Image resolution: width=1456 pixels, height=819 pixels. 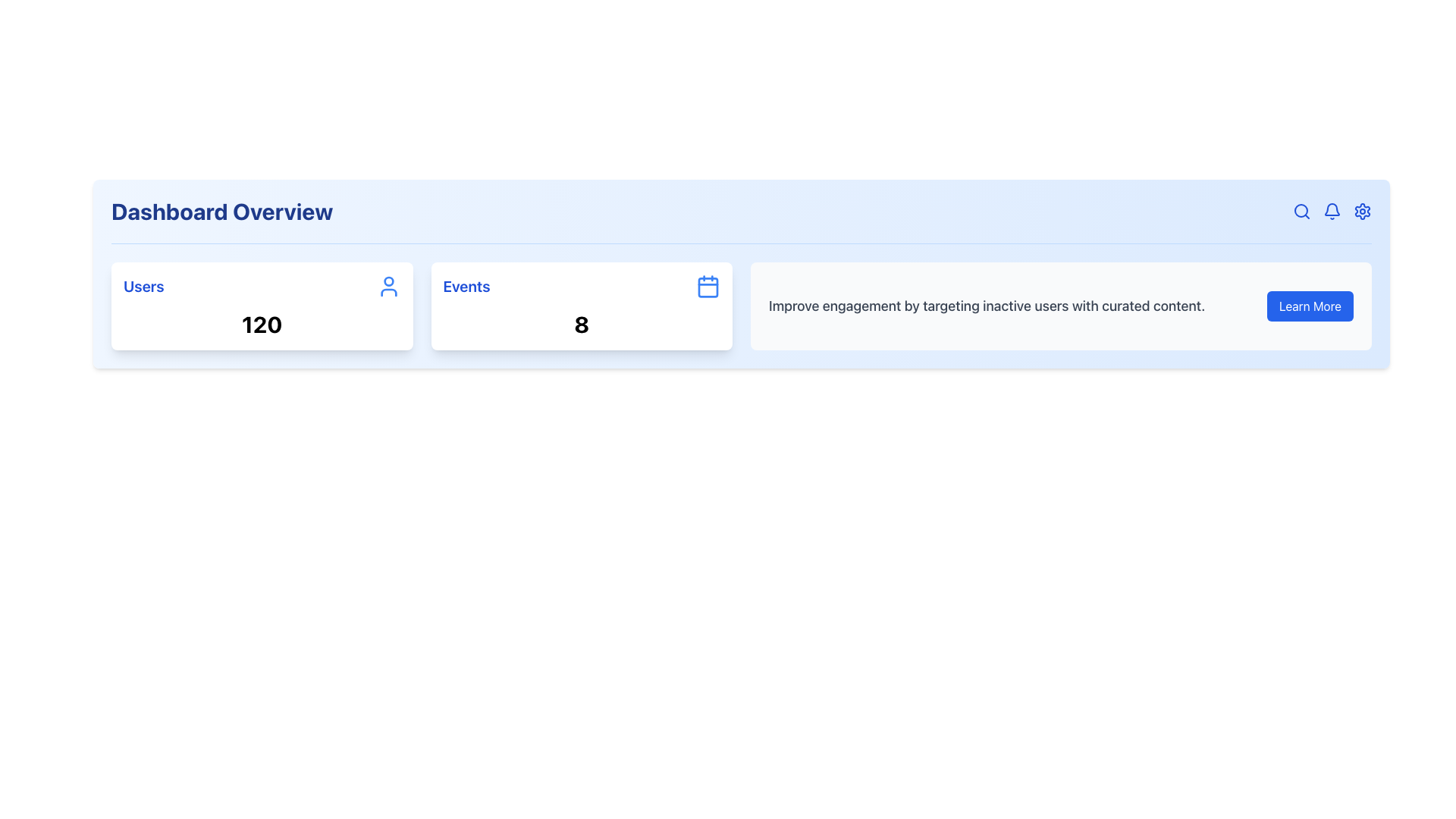 I want to click on the inner circular component of the magnifying glass icon located in the top-right corner of the interface, so click(x=1301, y=210).